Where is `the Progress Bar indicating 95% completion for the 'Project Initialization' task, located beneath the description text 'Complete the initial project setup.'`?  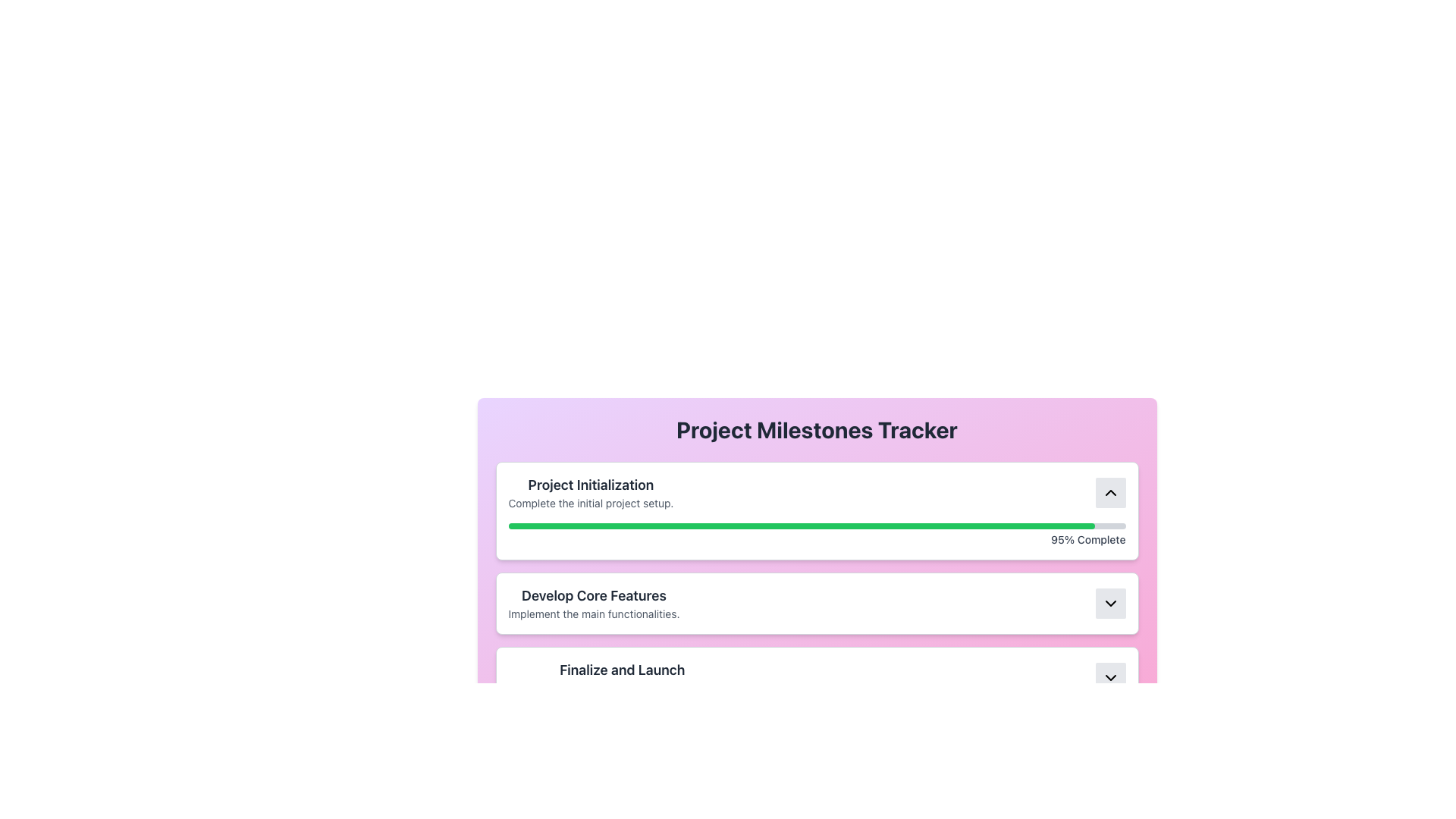
the Progress Bar indicating 95% completion for the 'Project Initialization' task, located beneath the description text 'Complete the initial project setup.' is located at coordinates (816, 534).